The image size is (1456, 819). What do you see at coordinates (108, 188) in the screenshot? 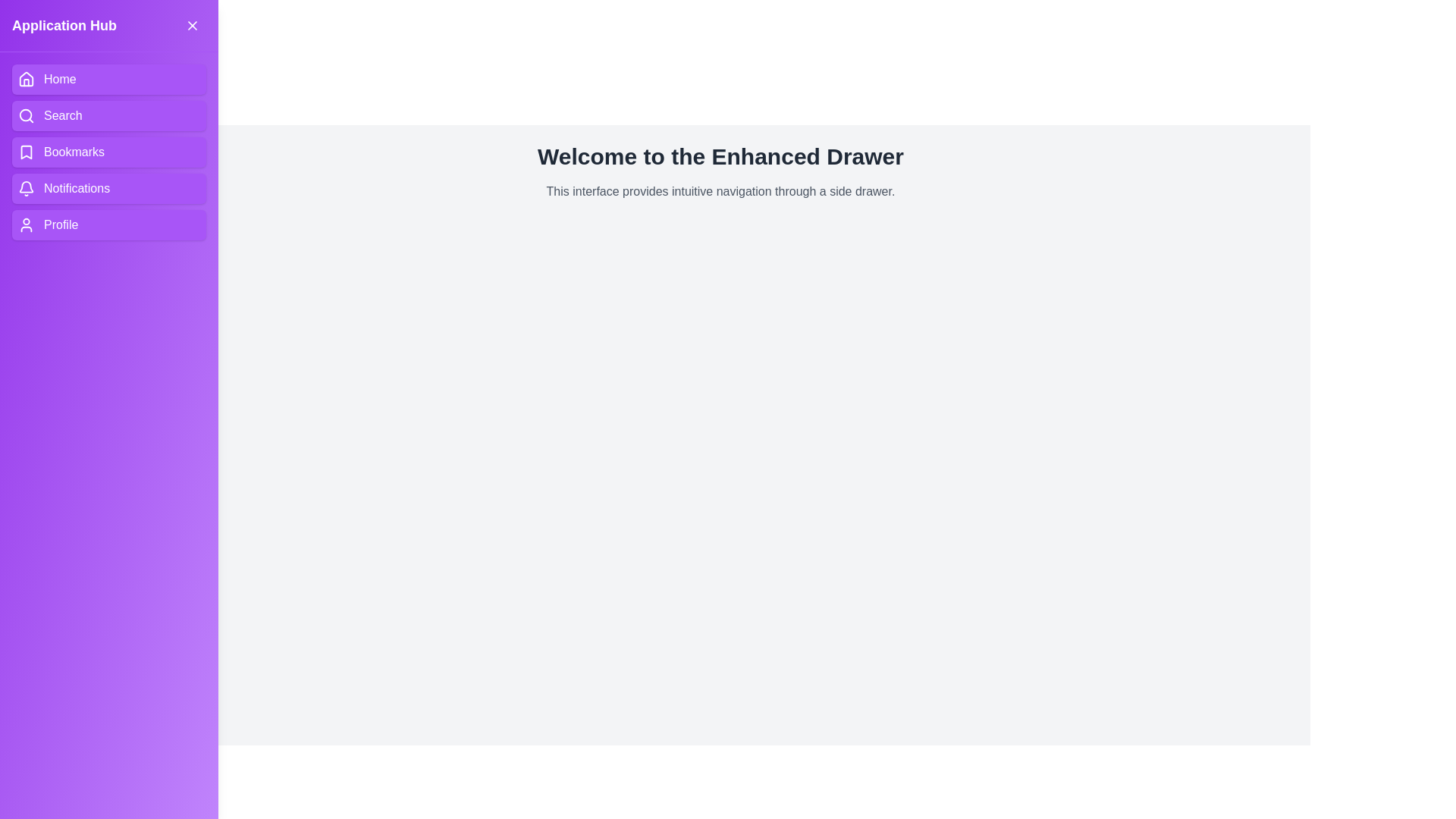
I see `the navigation item Notifications in the drawer to navigate to the corresponding section` at bounding box center [108, 188].